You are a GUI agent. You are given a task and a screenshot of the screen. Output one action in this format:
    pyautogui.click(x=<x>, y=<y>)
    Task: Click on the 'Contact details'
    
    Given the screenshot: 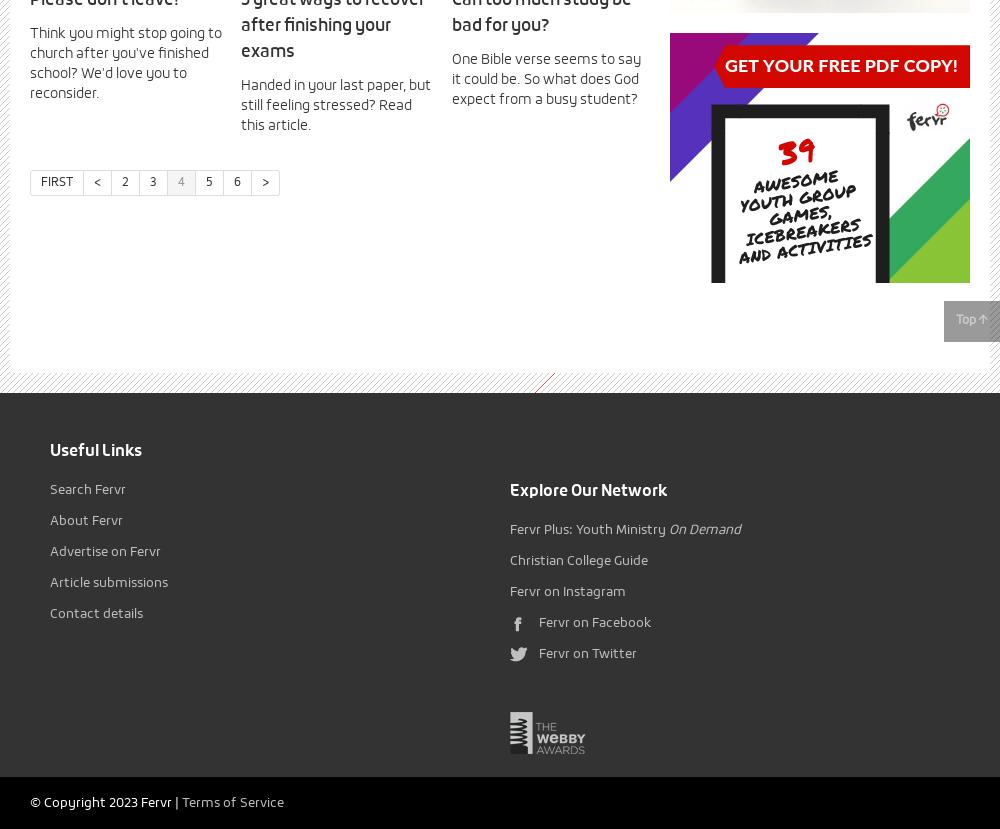 What is the action you would take?
    pyautogui.click(x=95, y=614)
    